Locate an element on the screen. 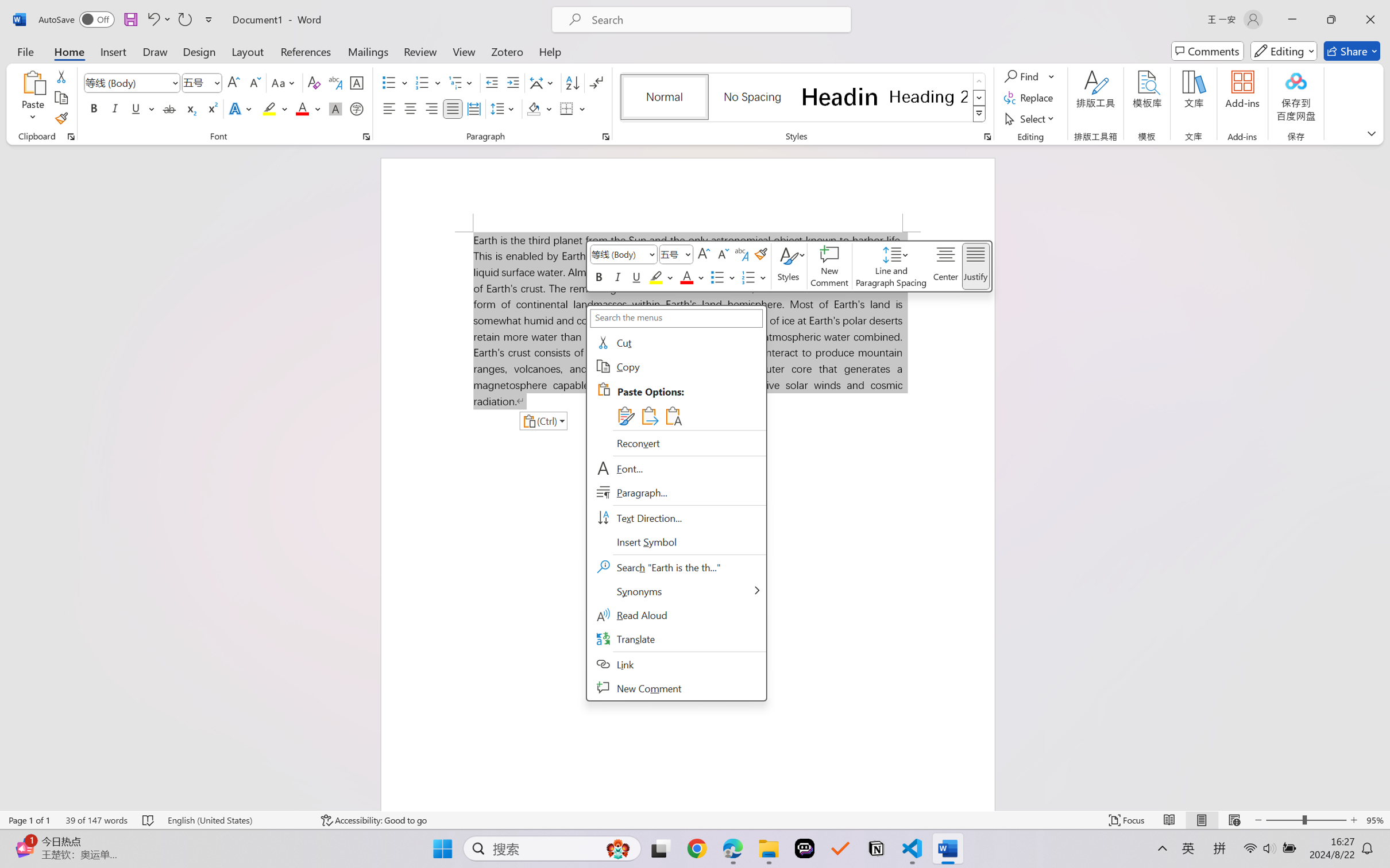 The image size is (1390, 868). 'Phonetic Guide...' is located at coordinates (334, 83).